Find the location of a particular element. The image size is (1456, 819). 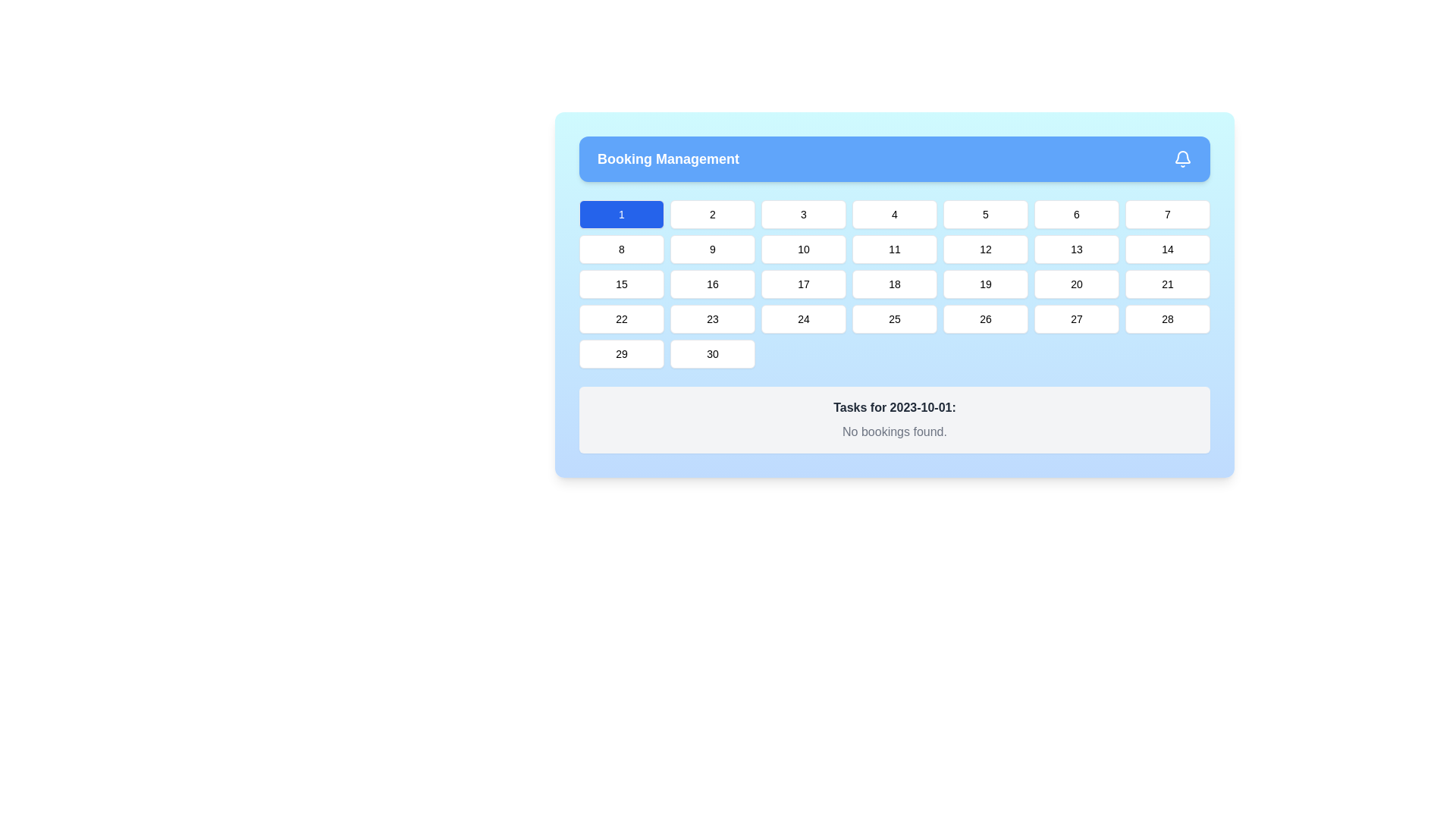

the first button in the selectable grid, located at the top-left corner is located at coordinates (622, 214).